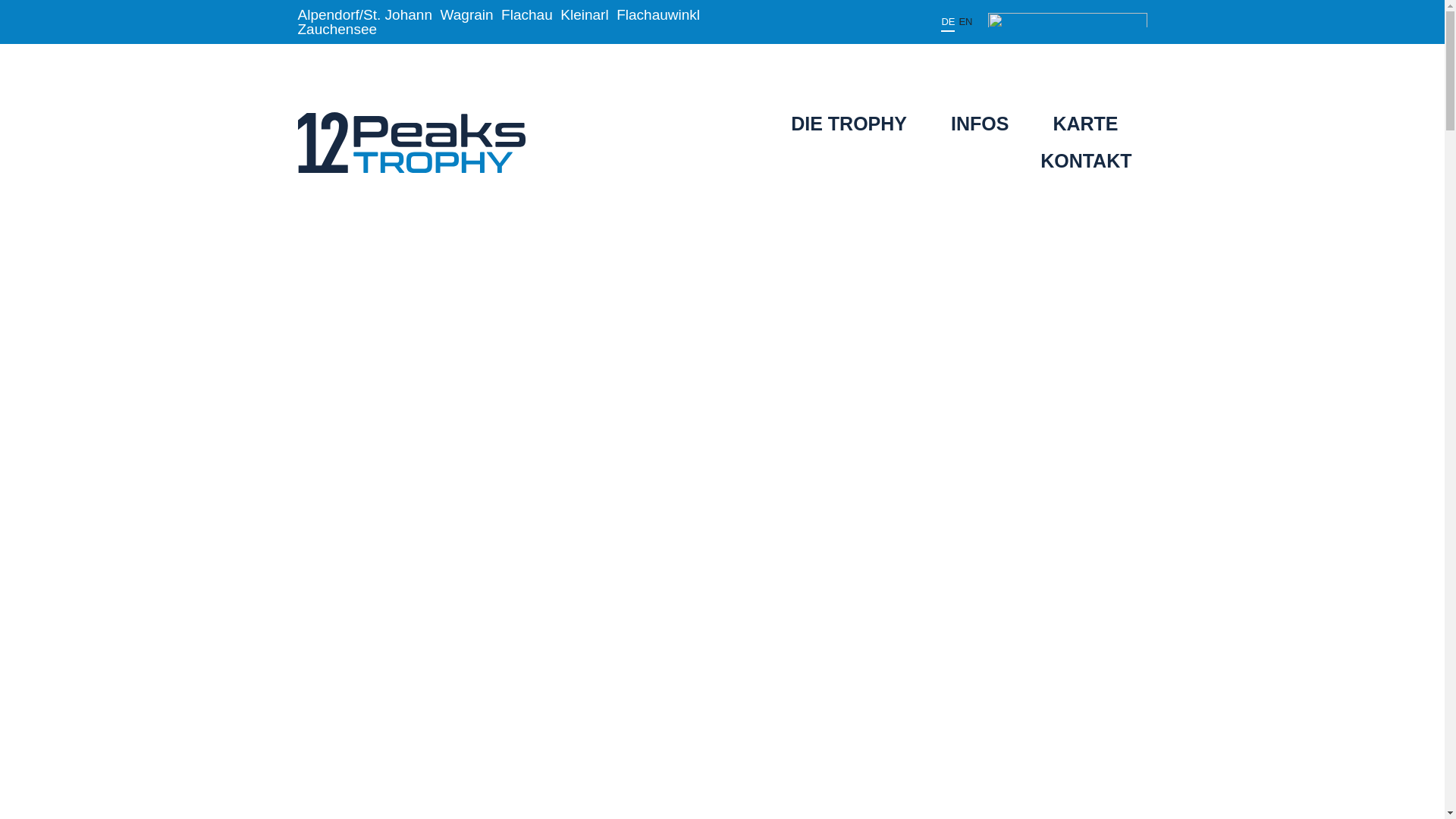  Describe the element at coordinates (1084, 123) in the screenshot. I see `'KARTE'` at that location.